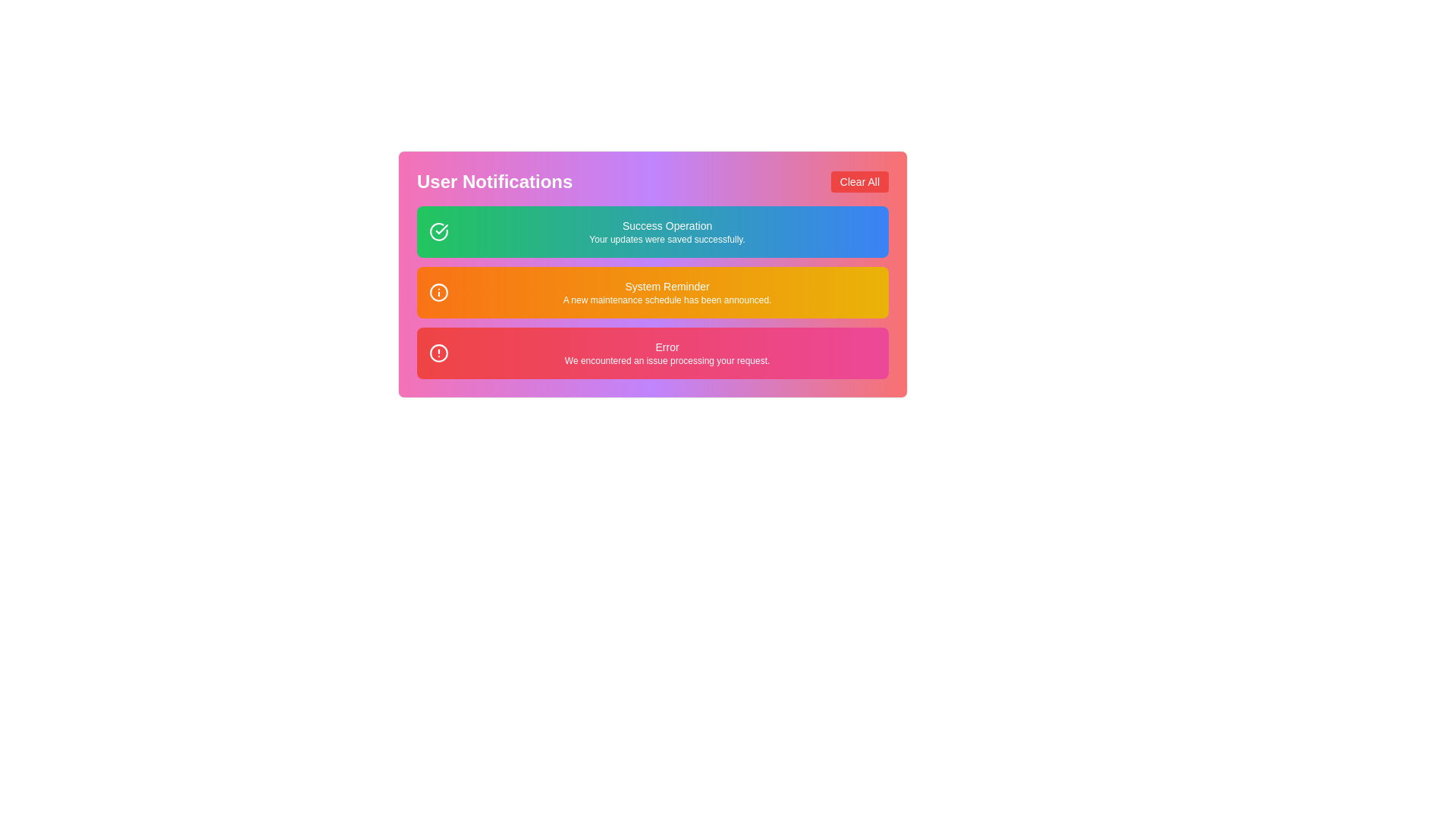  I want to click on static text content that states 'A new maintenance schedule has been announced.', located below the heading 'System Reminder' in the orange-to-yellow gradient panel, so click(667, 300).